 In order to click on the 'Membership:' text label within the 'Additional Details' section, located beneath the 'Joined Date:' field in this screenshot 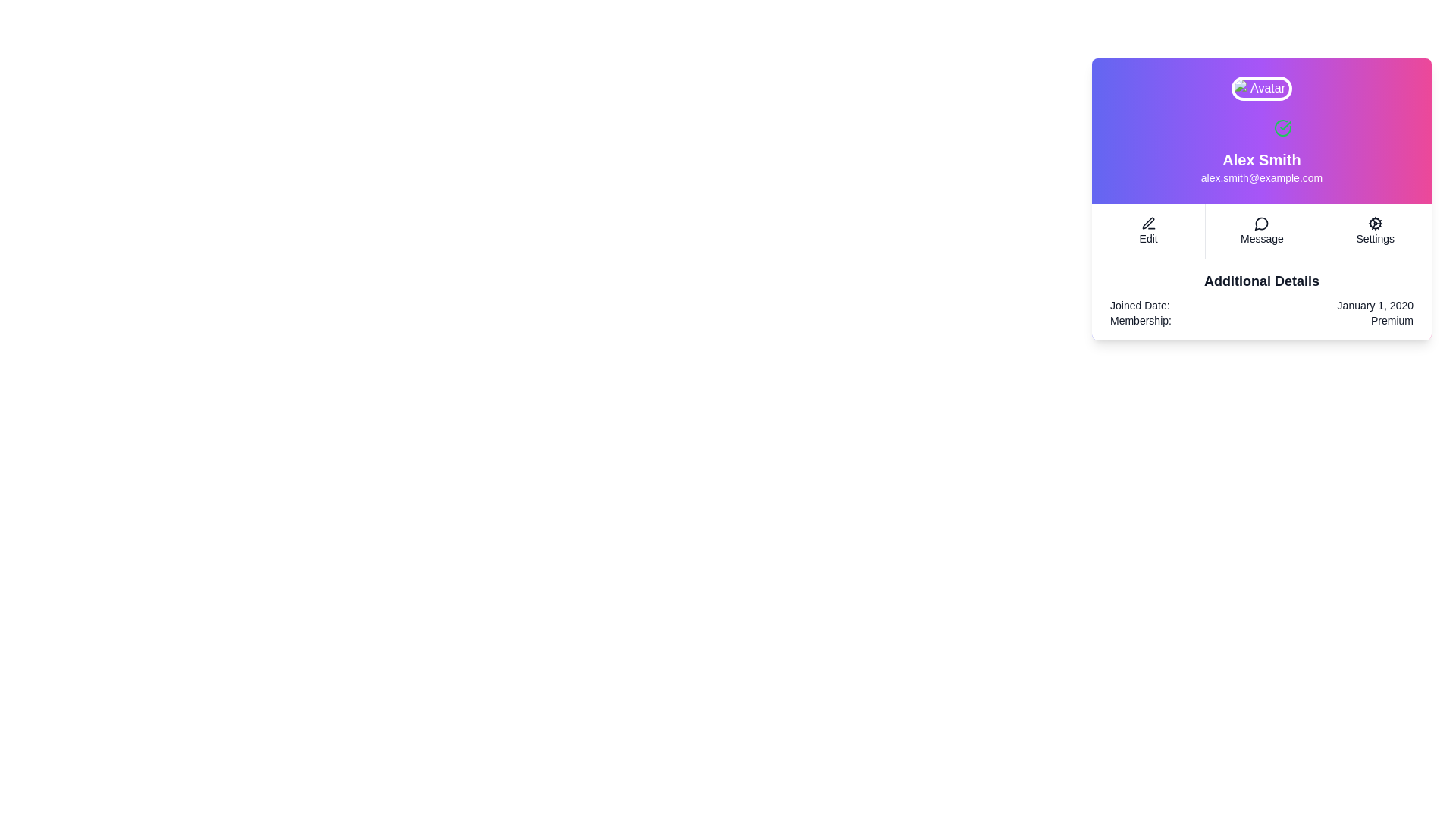, I will do `click(1141, 320)`.